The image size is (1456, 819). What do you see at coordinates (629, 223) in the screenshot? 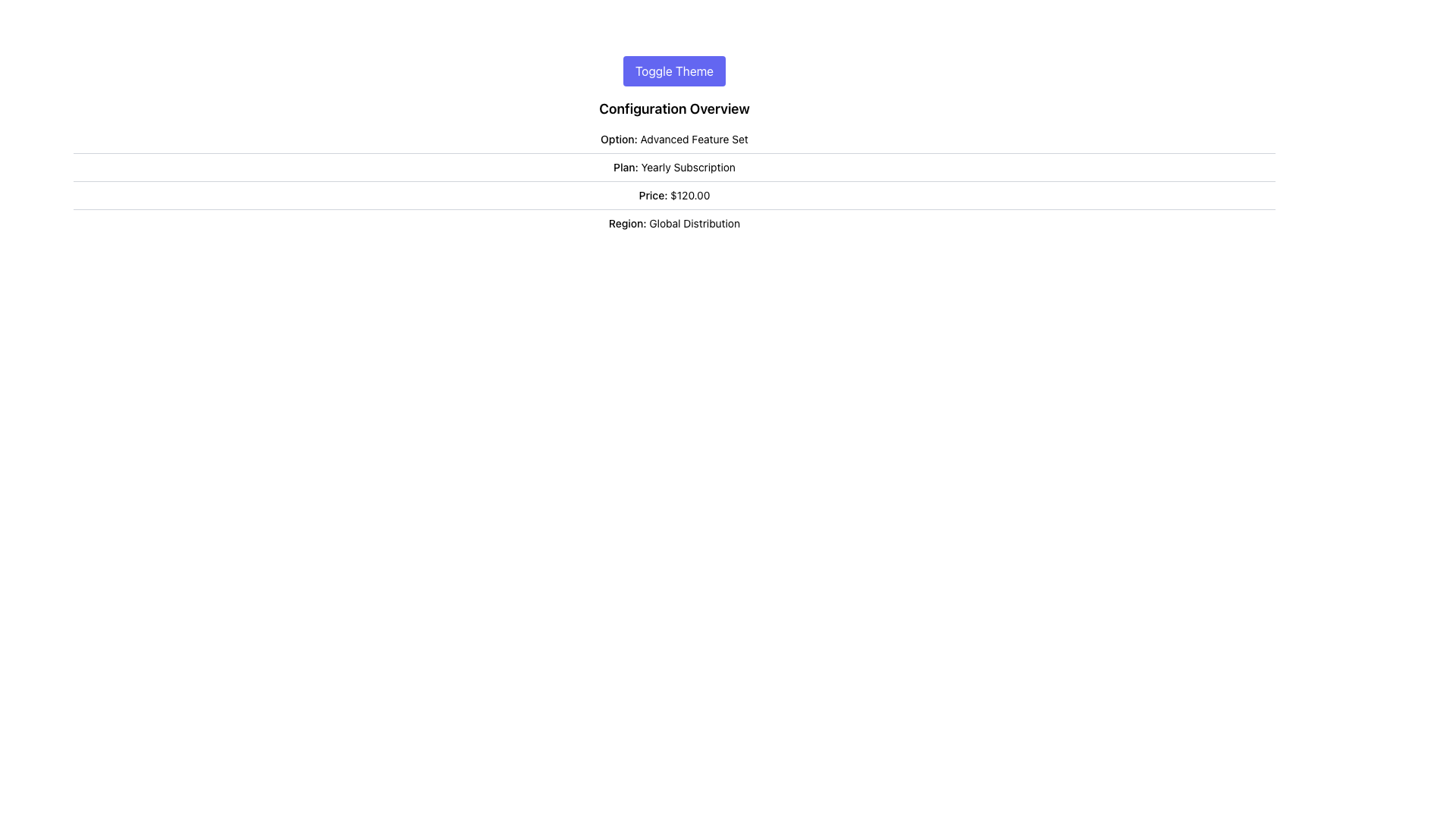
I see `the text label 'Region:' which is styled with medium font weight and is positioned to the left of 'Global Distribution' within the configuration interface` at bounding box center [629, 223].